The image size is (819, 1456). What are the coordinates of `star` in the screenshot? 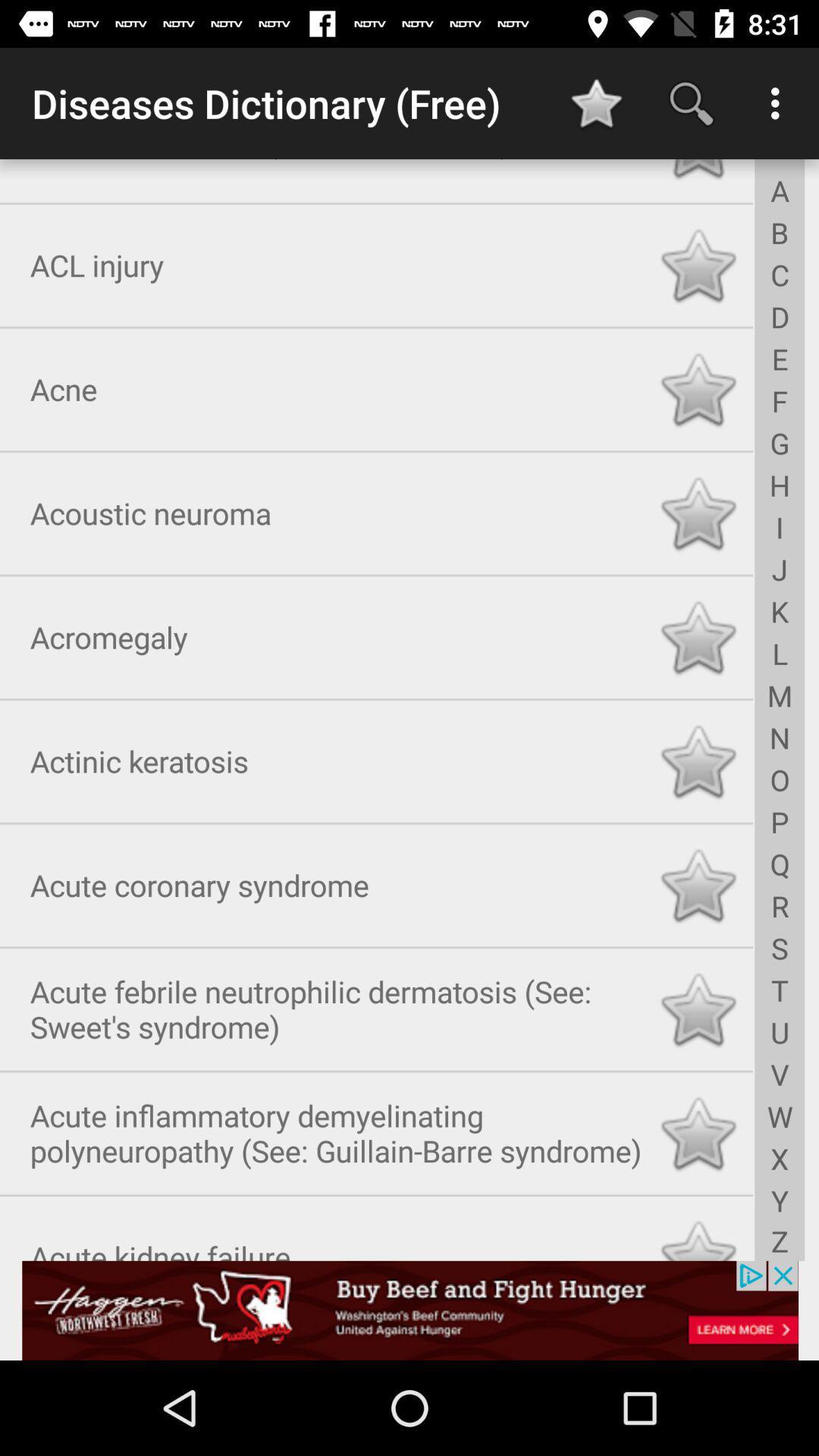 It's located at (698, 1131).